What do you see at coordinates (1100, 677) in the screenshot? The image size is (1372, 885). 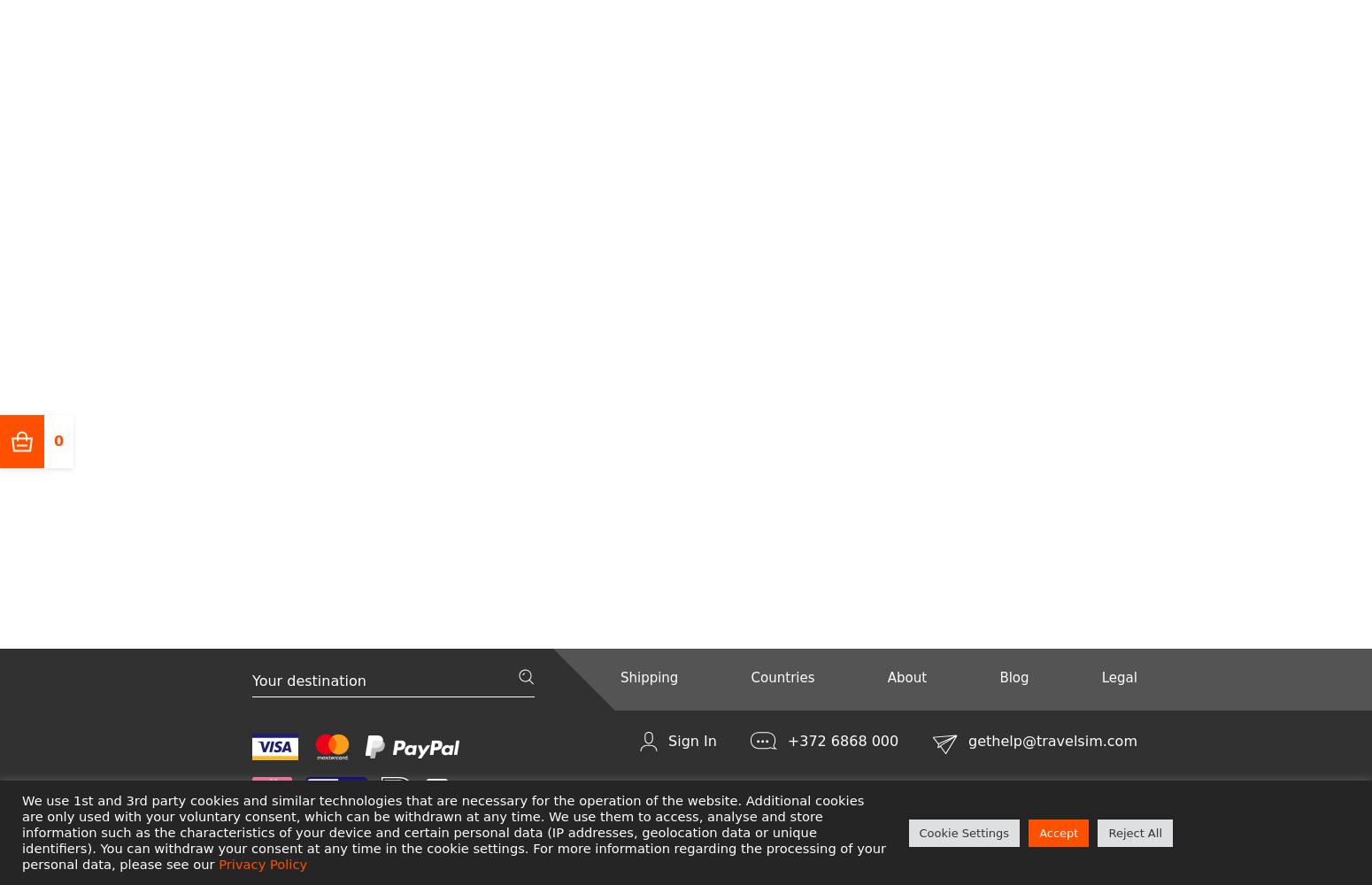 I see `'Legal'` at bounding box center [1100, 677].